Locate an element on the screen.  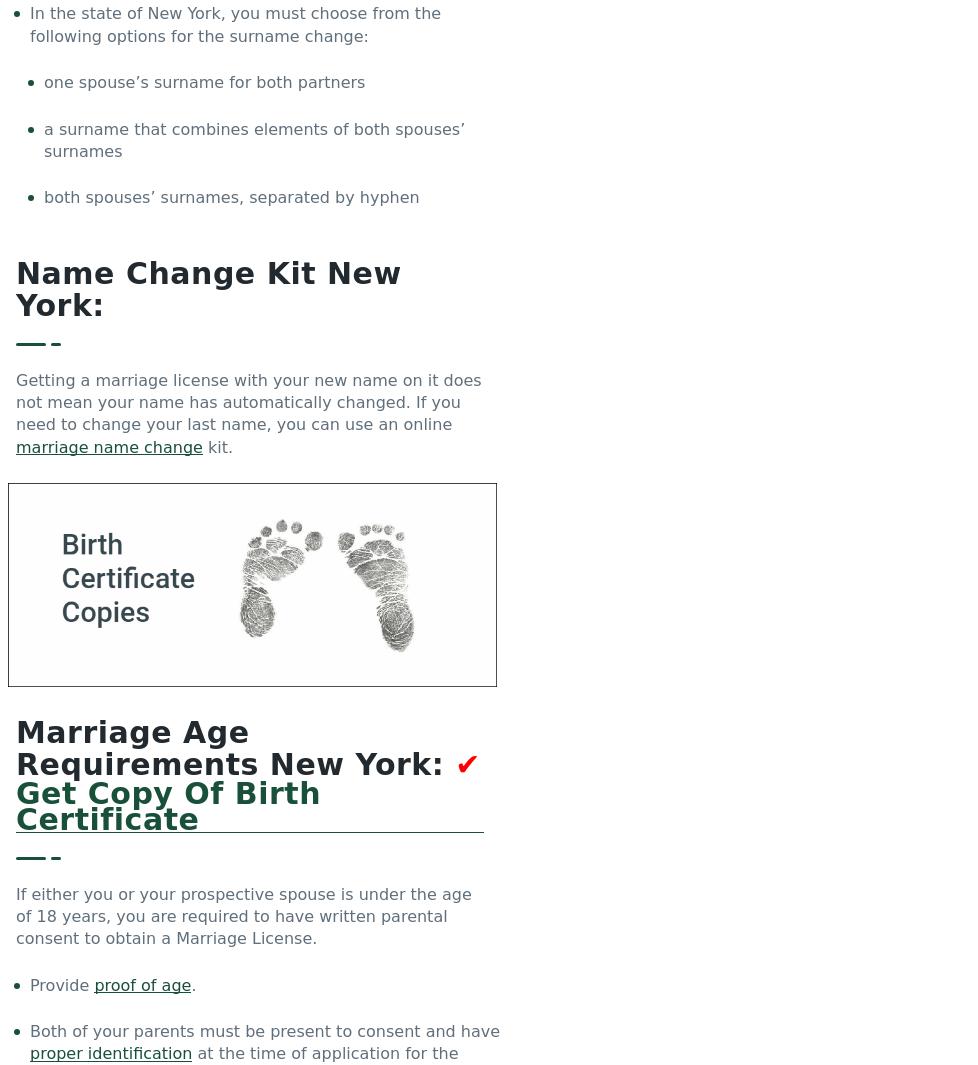
'If either you or your prospective spouse is under the age of 18 years, you are required to have written parental consent to obtain a Marriage License.' is located at coordinates (243, 916).